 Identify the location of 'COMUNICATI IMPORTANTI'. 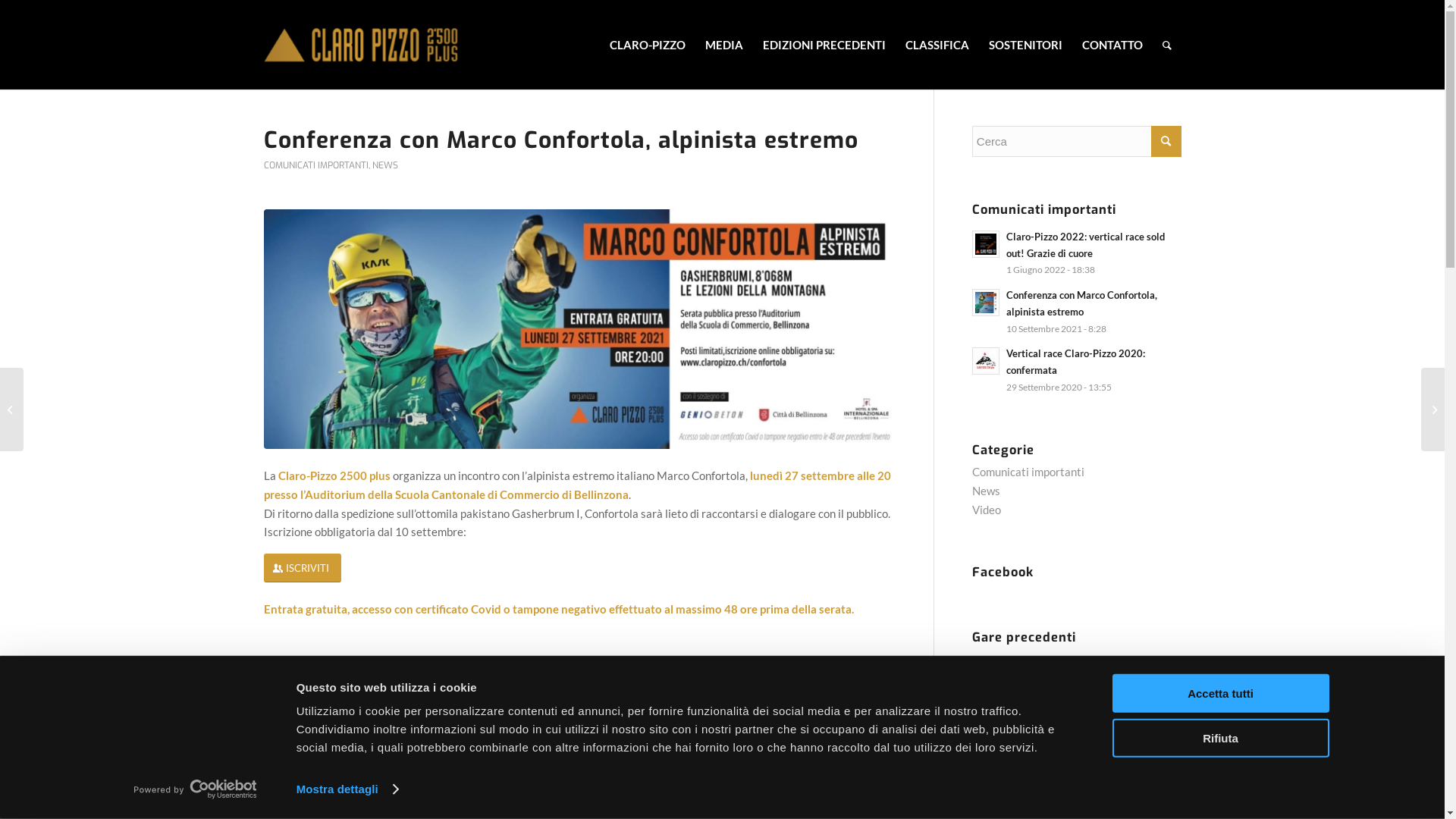
(315, 165).